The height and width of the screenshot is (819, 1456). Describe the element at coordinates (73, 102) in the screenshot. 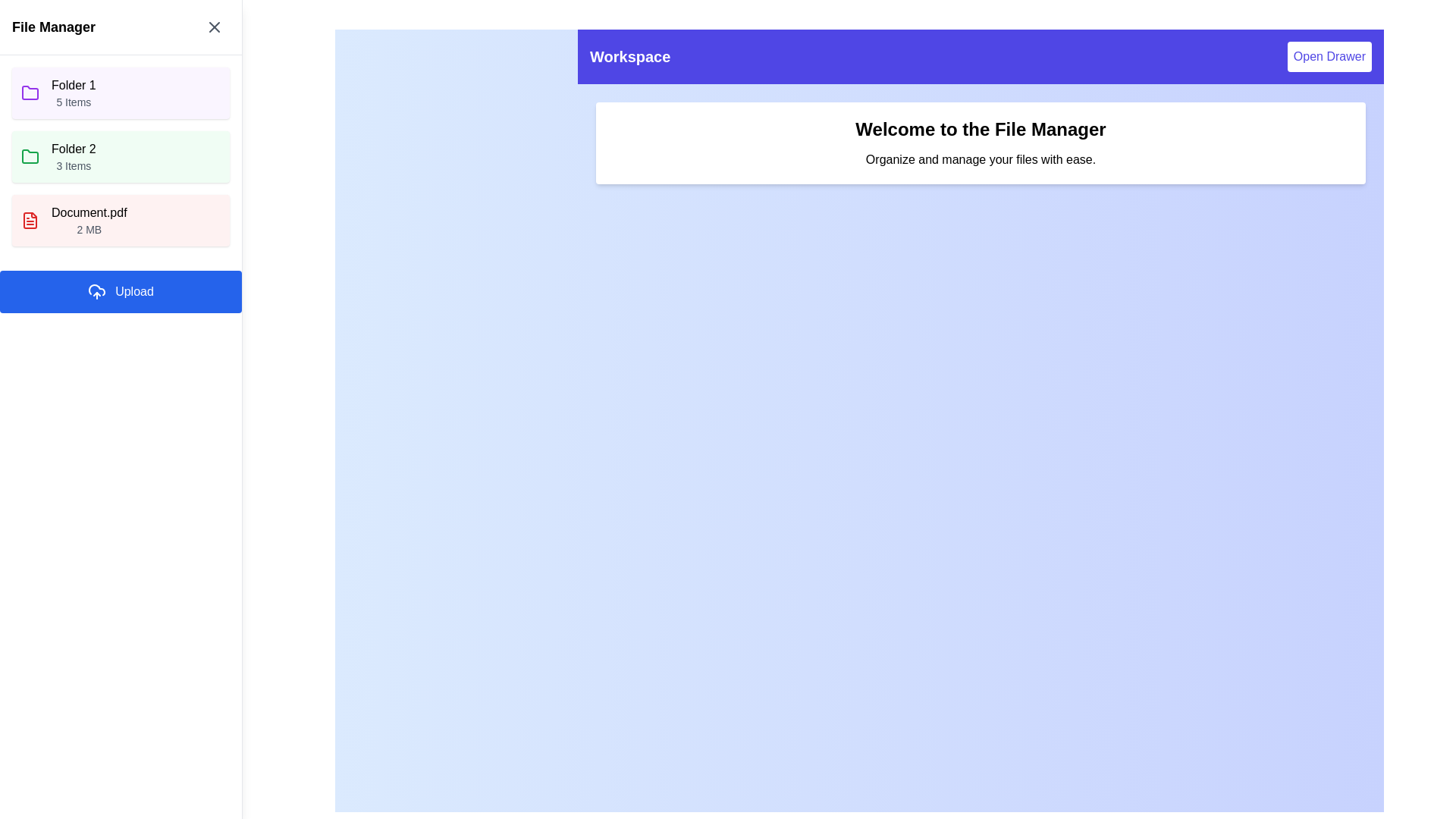

I see `the non-interactive text label that displays metadata about the number of items in 'Folder 1', located directly below the 'Folder 1' text and to the right of the folder icon` at that location.